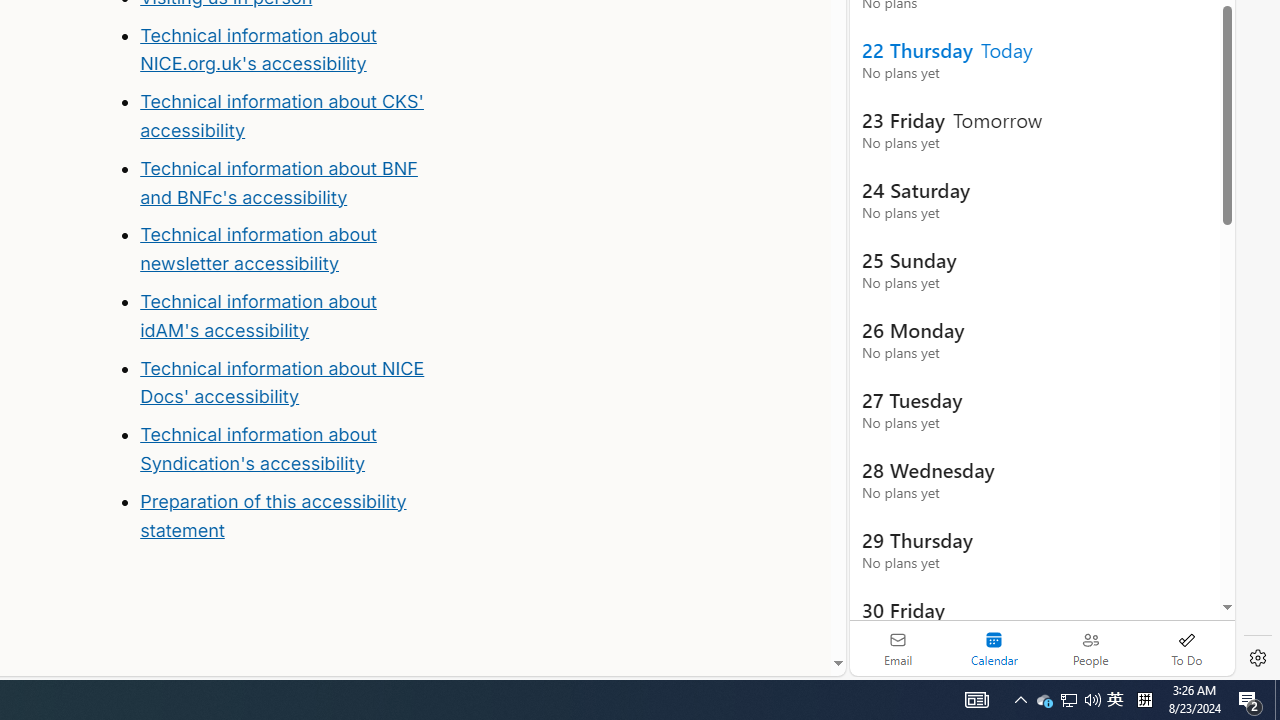 The image size is (1280, 720). Describe the element at coordinates (897, 648) in the screenshot. I see `'Email'` at that location.